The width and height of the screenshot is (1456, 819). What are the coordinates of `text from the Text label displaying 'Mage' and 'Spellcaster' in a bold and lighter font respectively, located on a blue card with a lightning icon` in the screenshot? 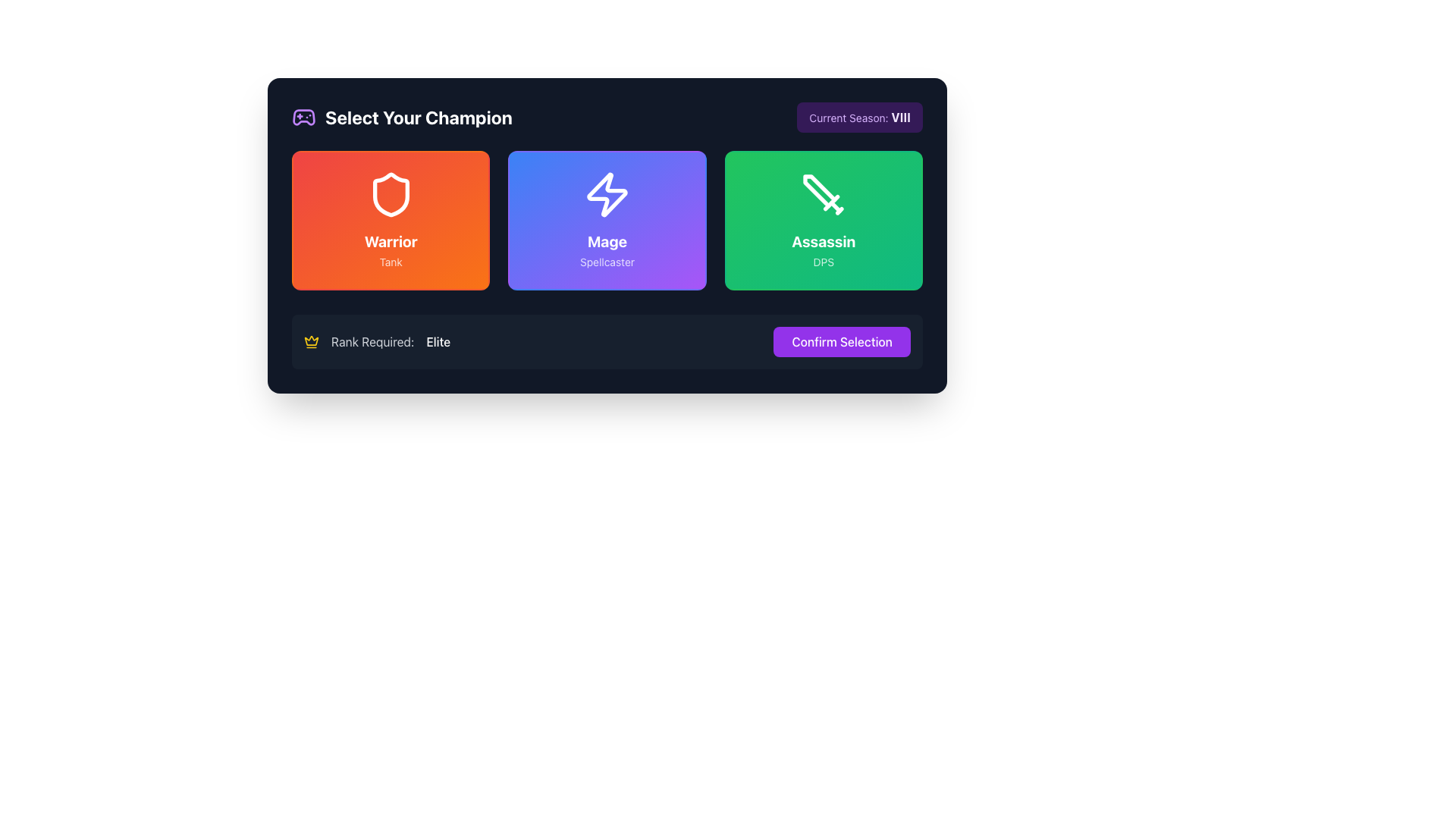 It's located at (607, 250).